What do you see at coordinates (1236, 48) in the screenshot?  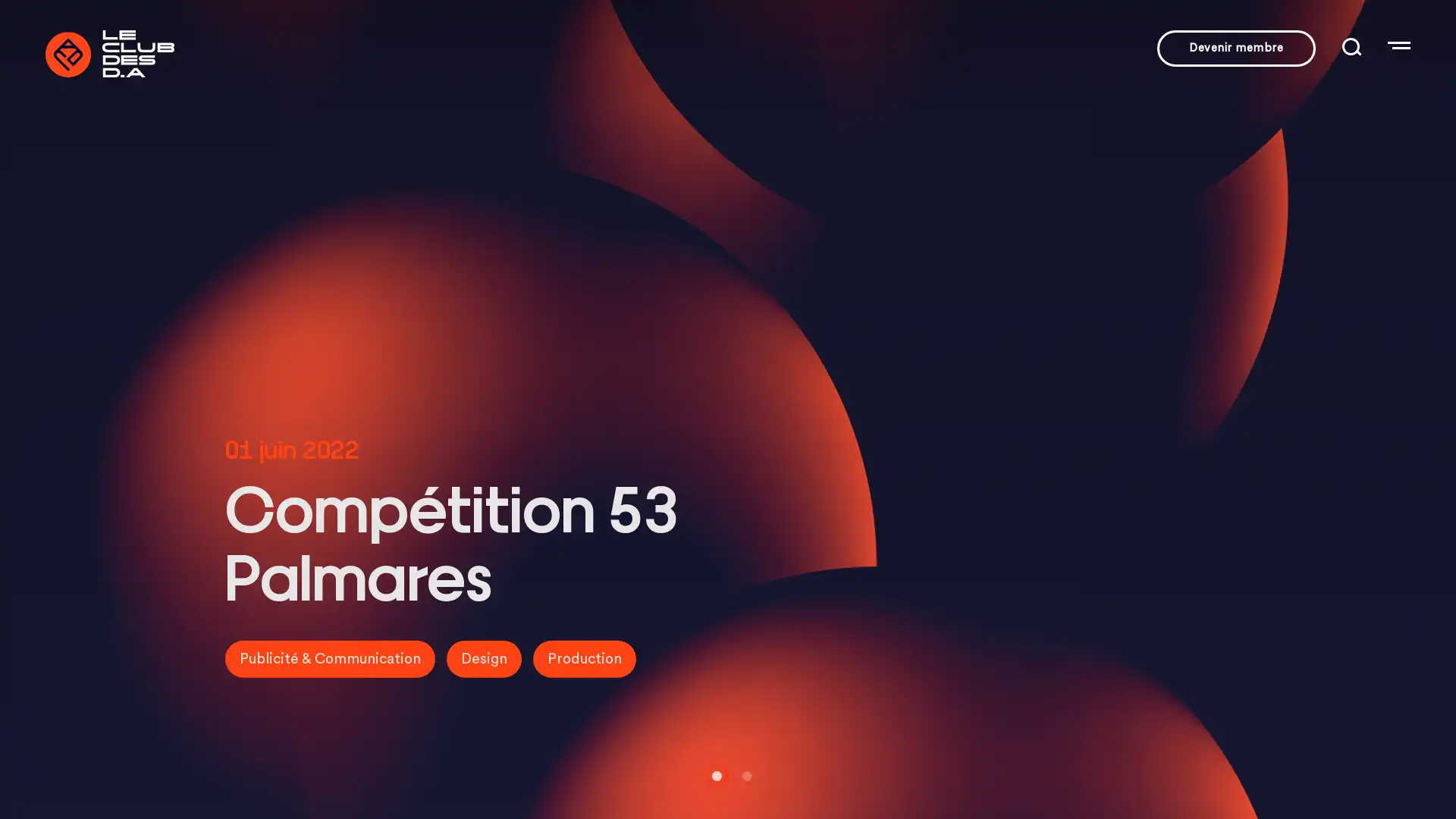 I see `Devenir membre` at bounding box center [1236, 48].